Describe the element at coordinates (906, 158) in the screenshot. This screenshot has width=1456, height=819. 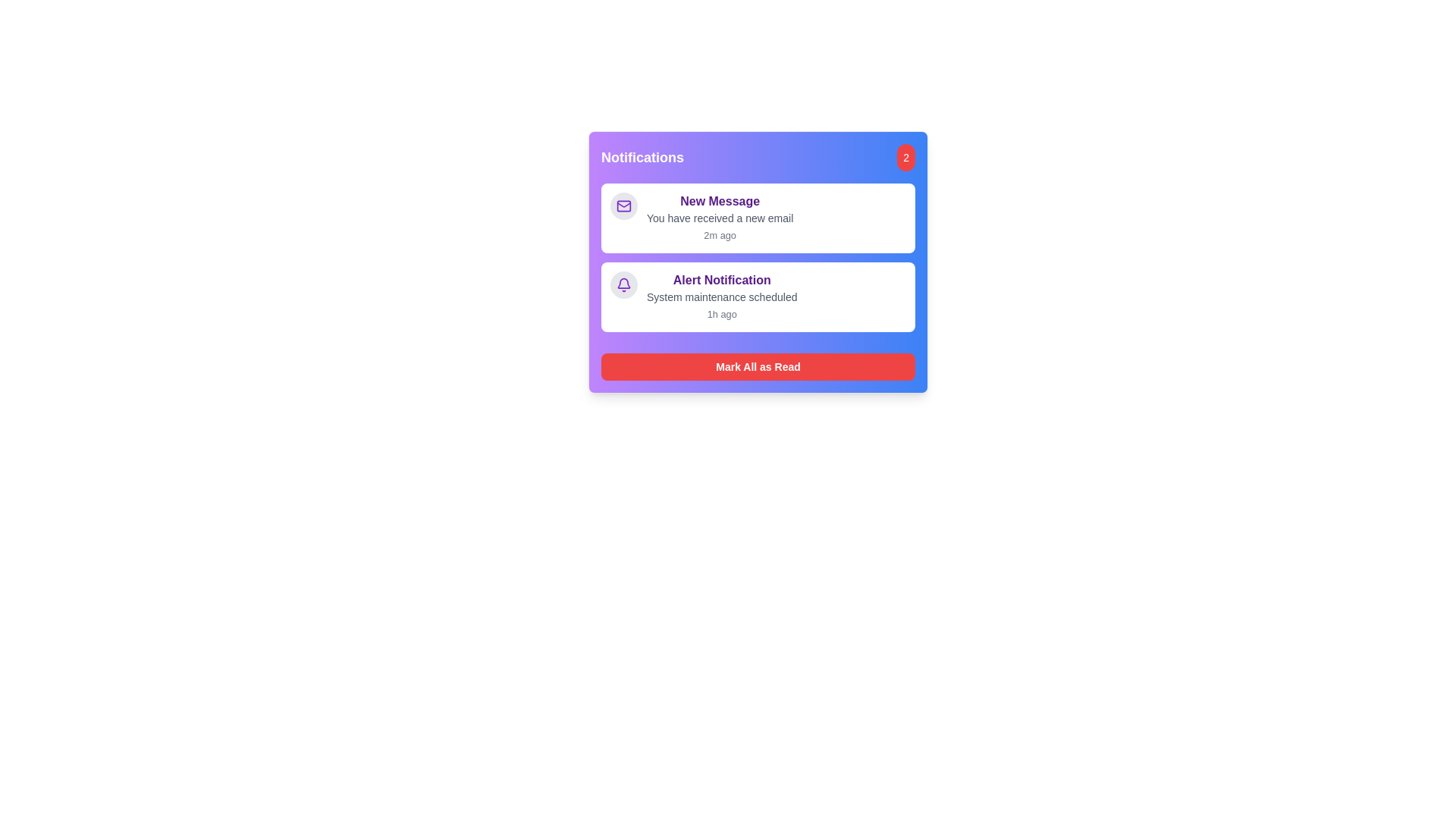
I see `the badge indicating the count of unread notifications, positioned at the top right corner of the notifications header` at that location.